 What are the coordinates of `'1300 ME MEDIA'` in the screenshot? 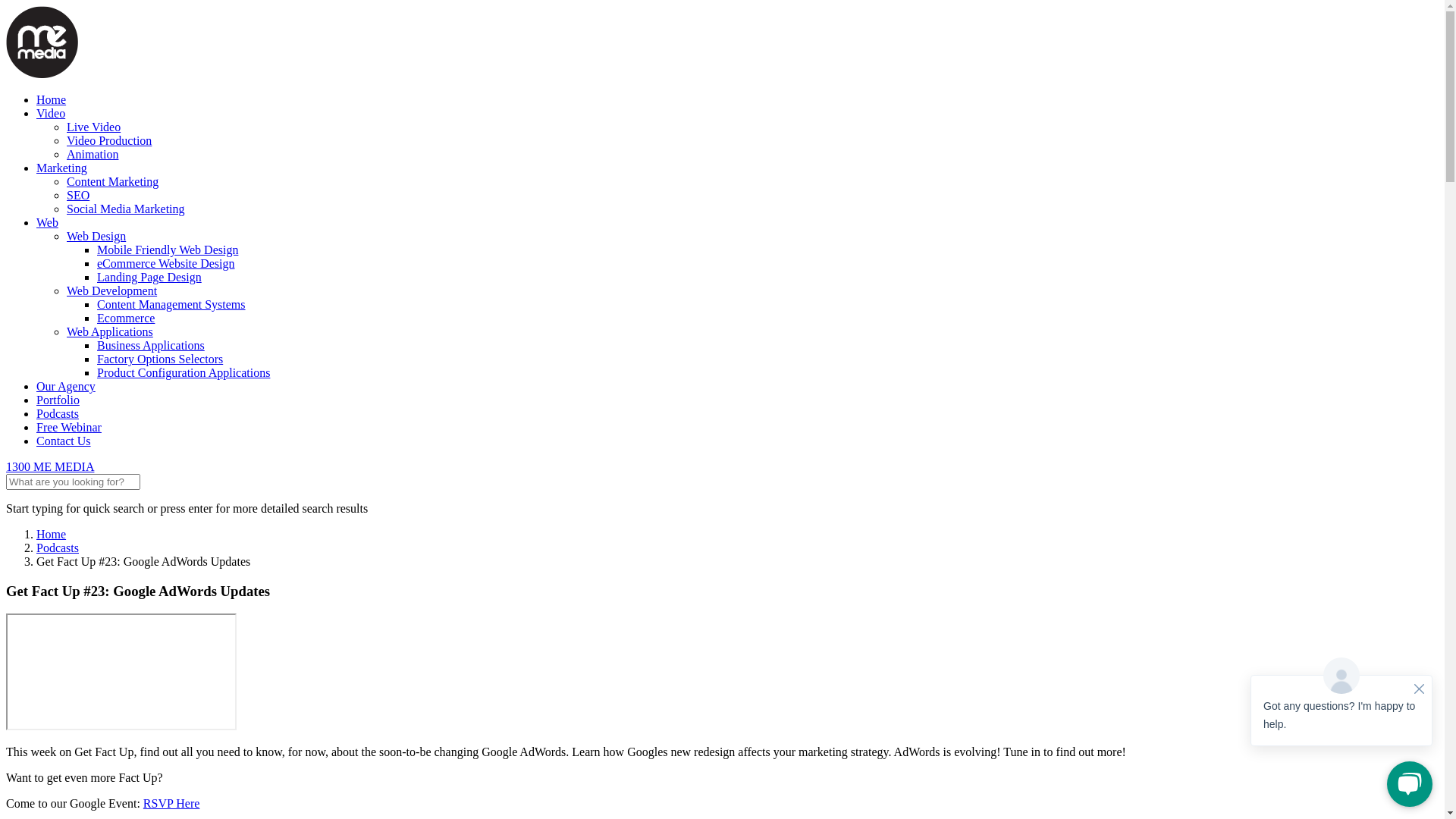 It's located at (50, 466).